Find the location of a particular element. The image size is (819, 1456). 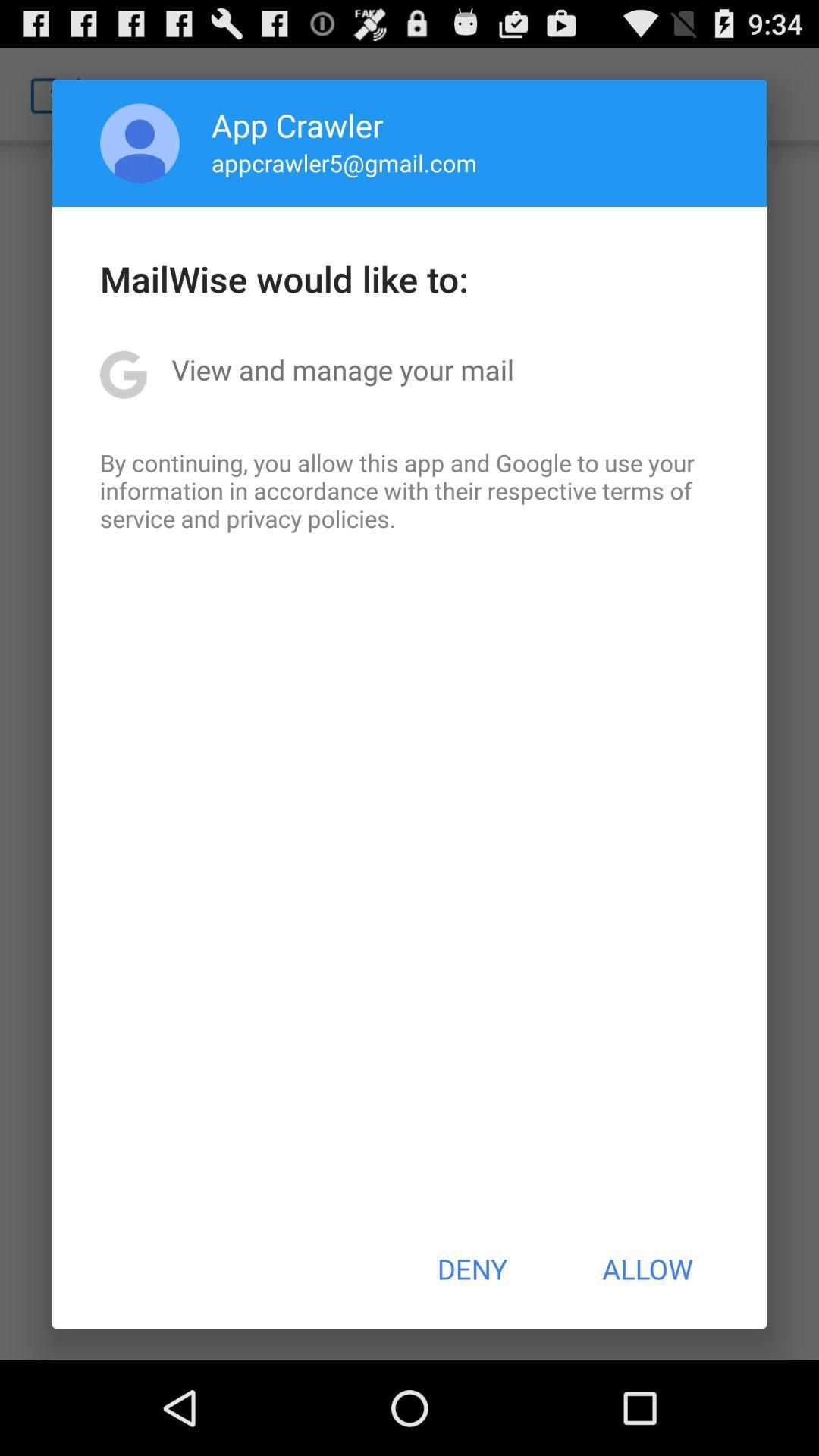

item below mailwise would like is located at coordinates (343, 369).